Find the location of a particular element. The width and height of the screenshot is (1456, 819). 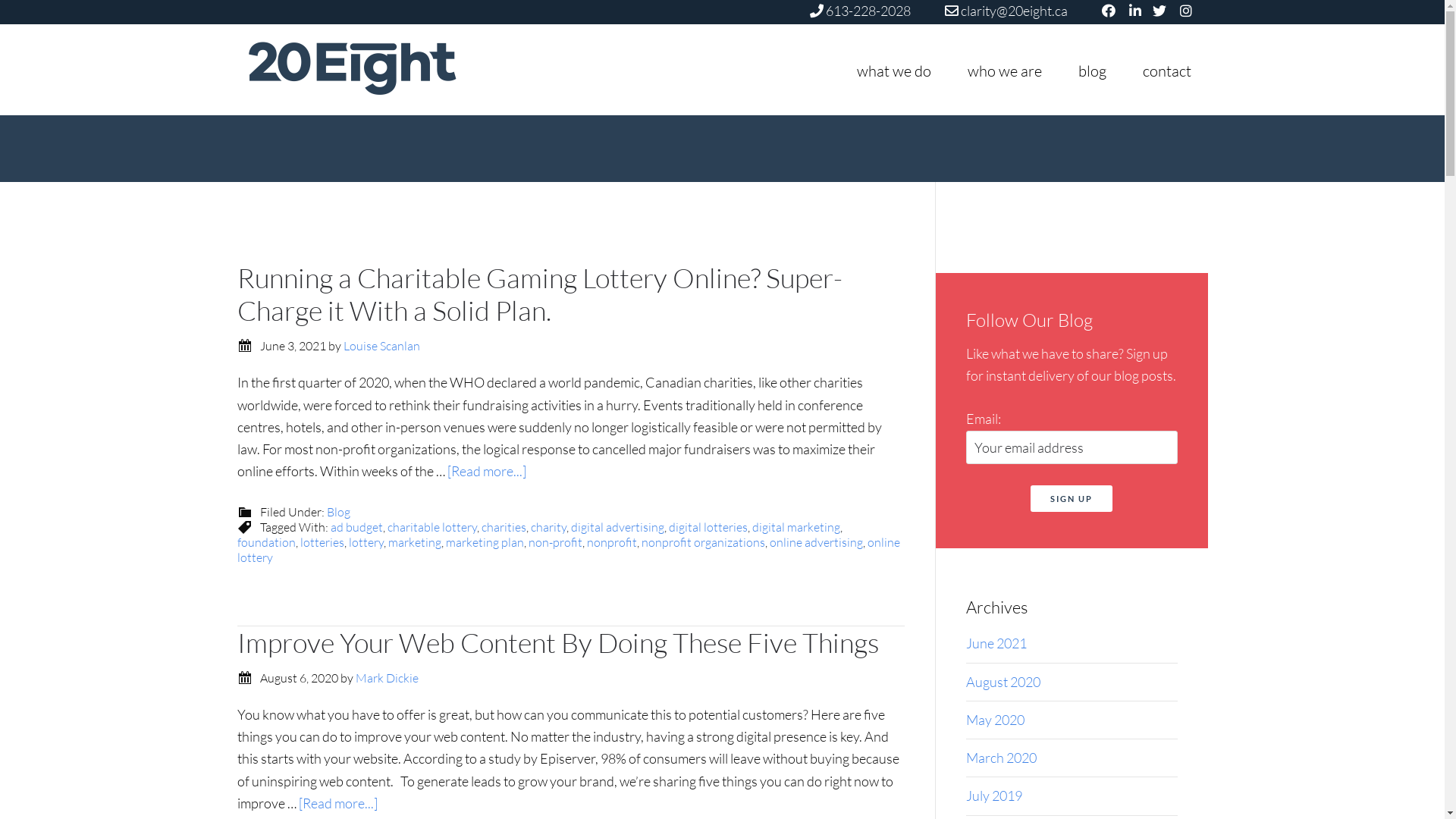

'digital lotteries' is located at coordinates (668, 526).